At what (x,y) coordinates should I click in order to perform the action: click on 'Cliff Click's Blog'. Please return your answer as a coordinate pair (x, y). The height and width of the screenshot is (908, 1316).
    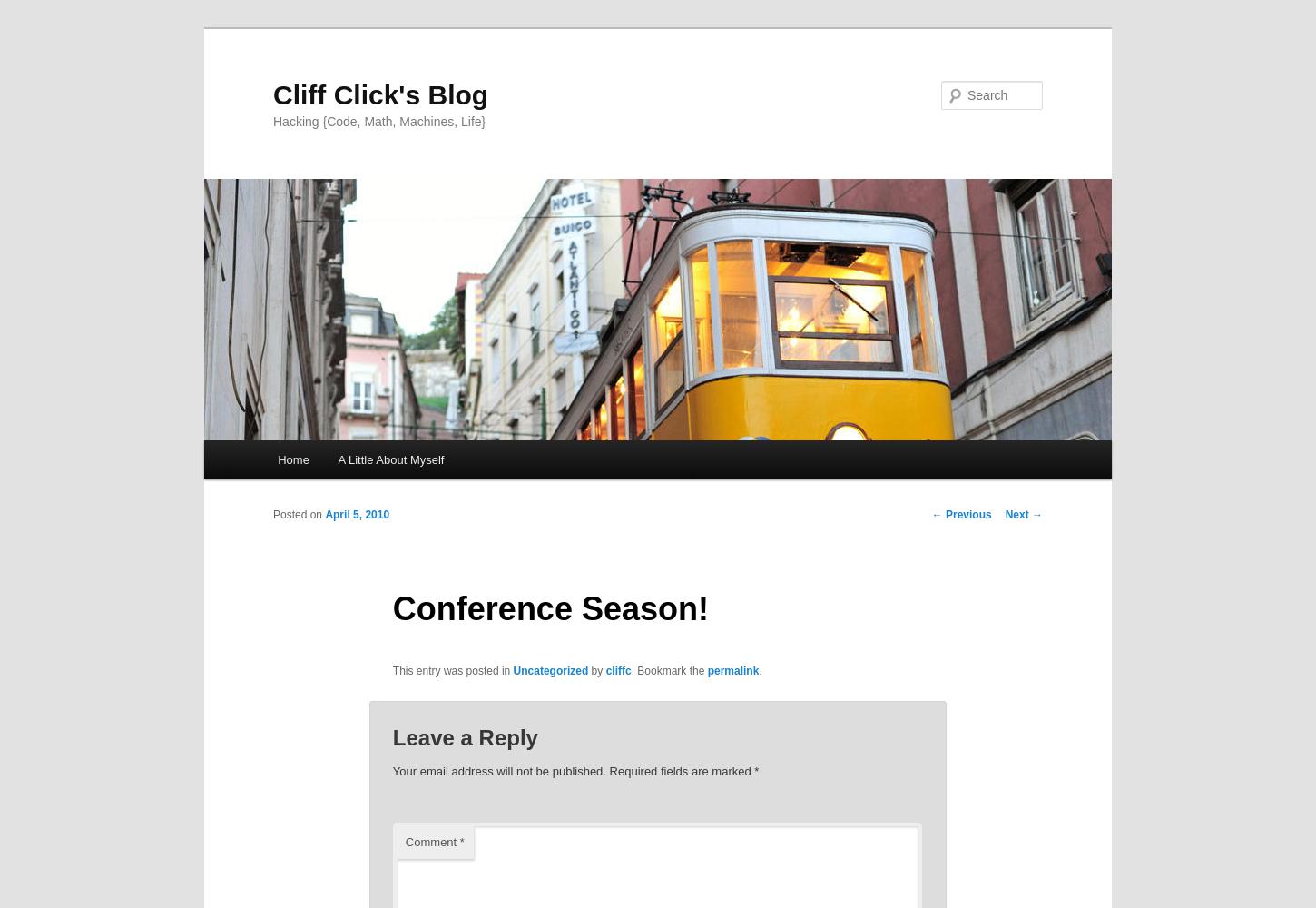
    Looking at the image, I should click on (379, 93).